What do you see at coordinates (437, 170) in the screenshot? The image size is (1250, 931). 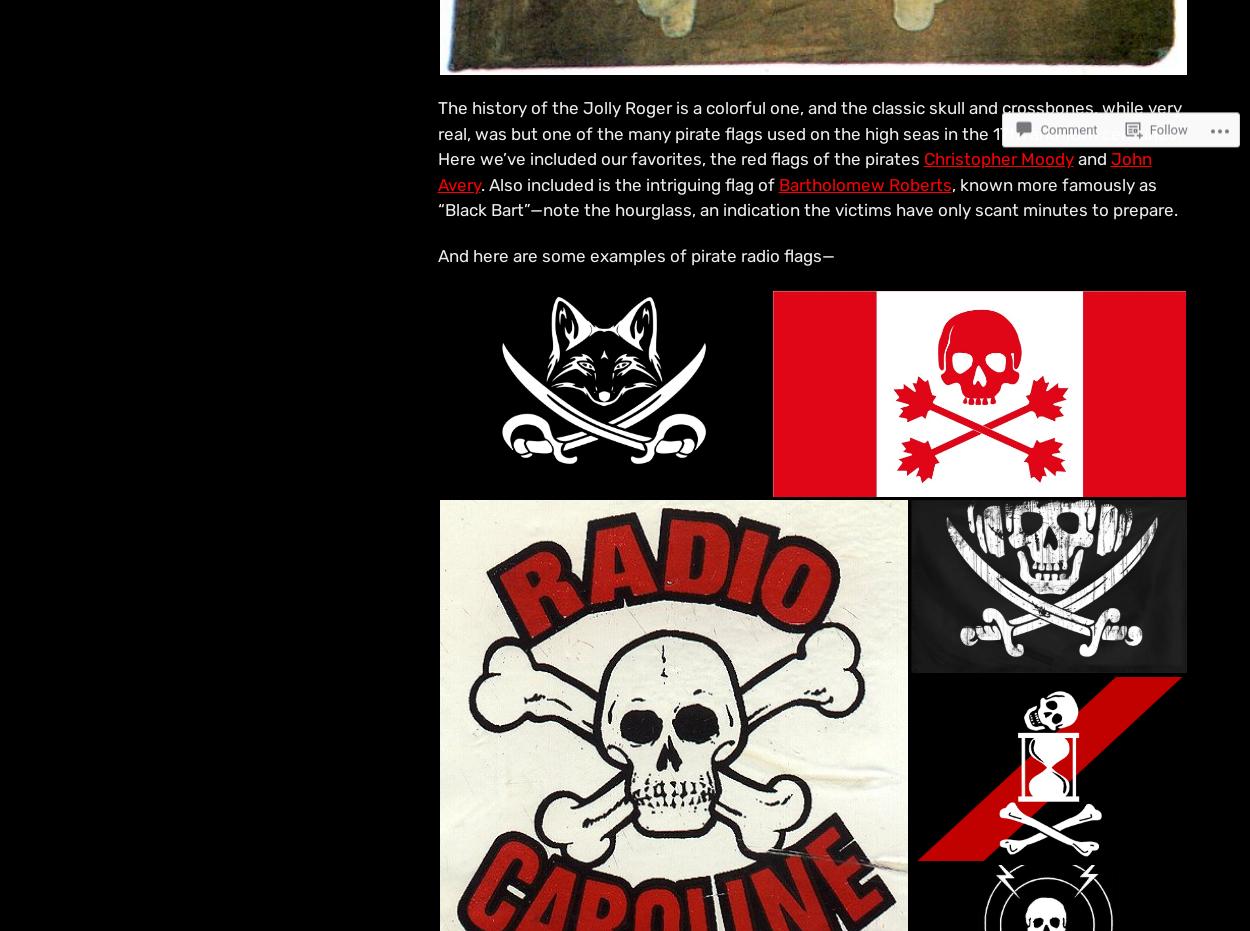 I see `'John Avery'` at bounding box center [437, 170].